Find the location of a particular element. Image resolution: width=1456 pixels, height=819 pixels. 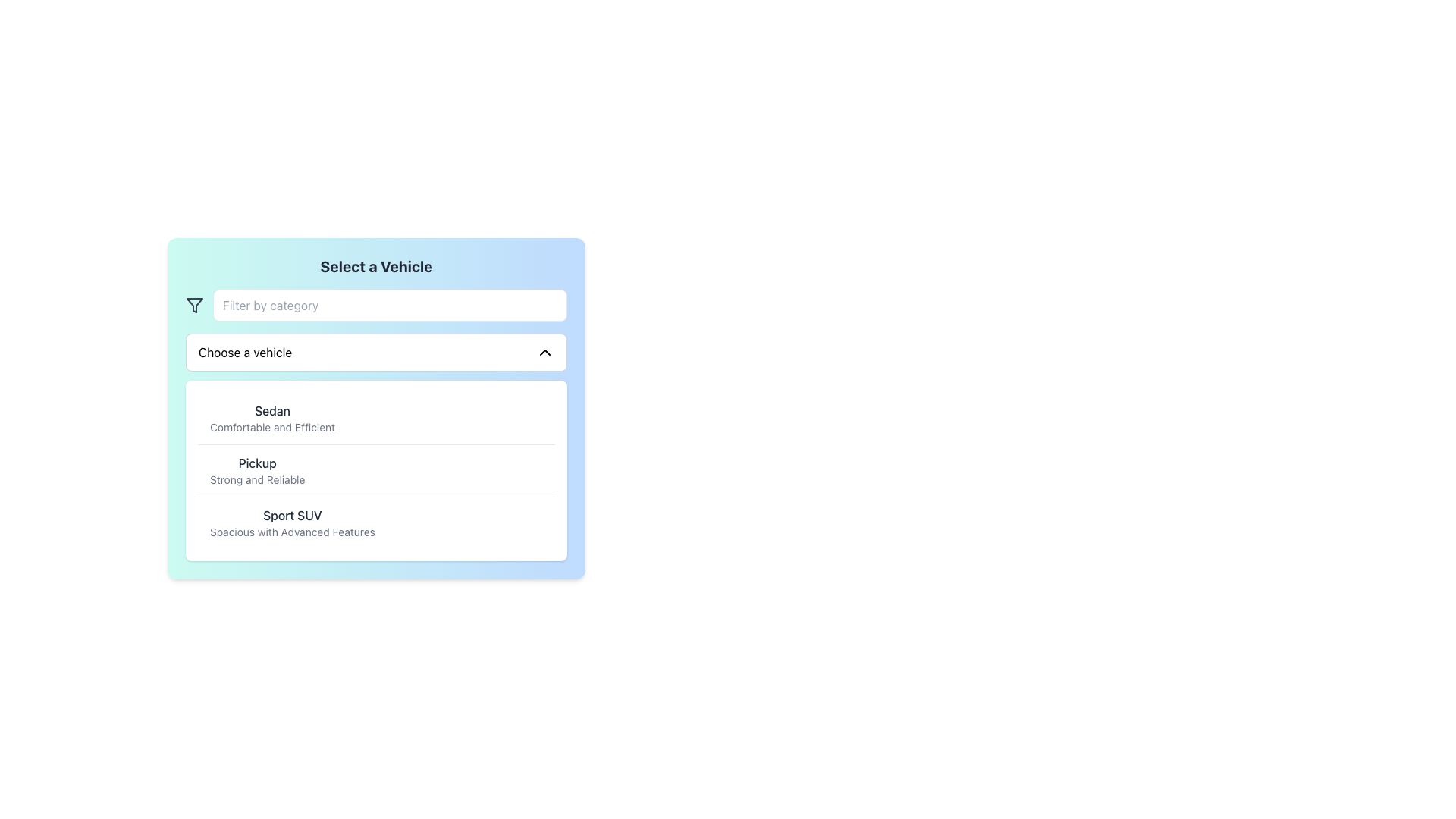

the third list item labeled 'Sport SUV' with the description 'Spacious with Advanced Features' is located at coordinates (376, 522).